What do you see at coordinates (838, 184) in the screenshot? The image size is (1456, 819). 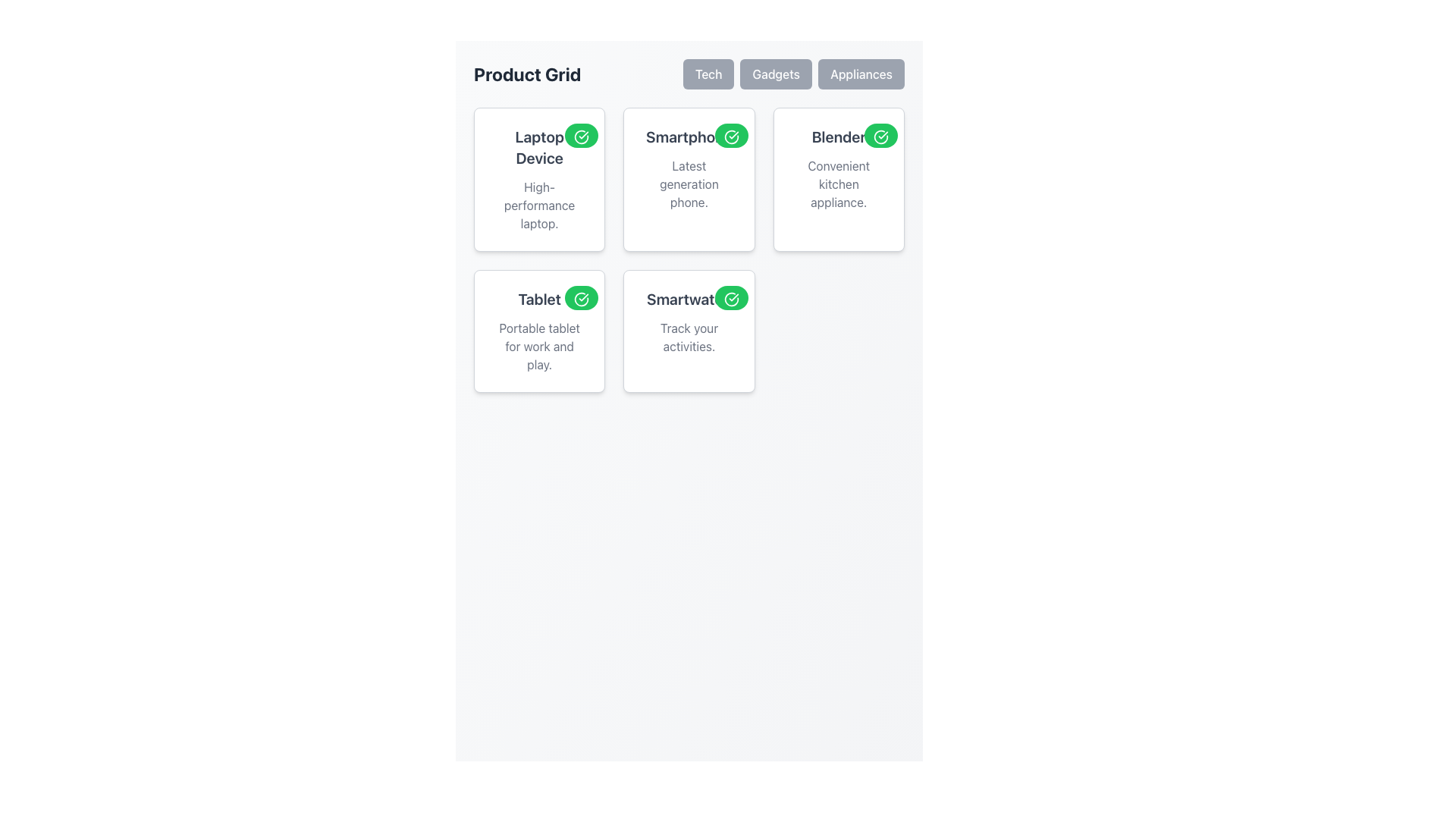 I see `text label that displays 'Convenient kitchen appliance.' located below the title 'Blender' in a medium gray color` at bounding box center [838, 184].